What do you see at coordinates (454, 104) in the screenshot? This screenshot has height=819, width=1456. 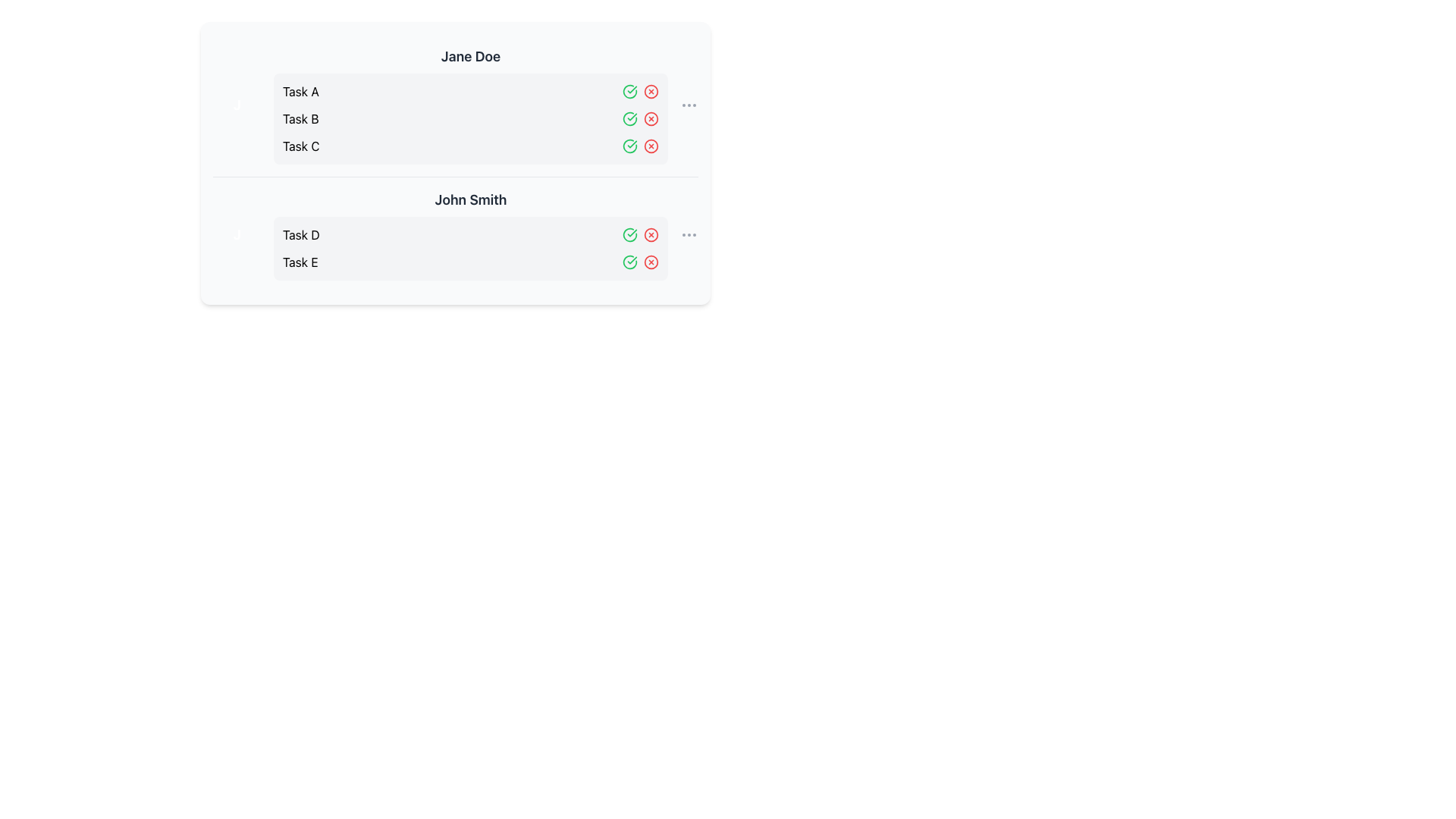 I see `the list item group displaying 'Jane Doe', which contains tasks 'Task A', 'Task B', and 'Task C'` at bounding box center [454, 104].